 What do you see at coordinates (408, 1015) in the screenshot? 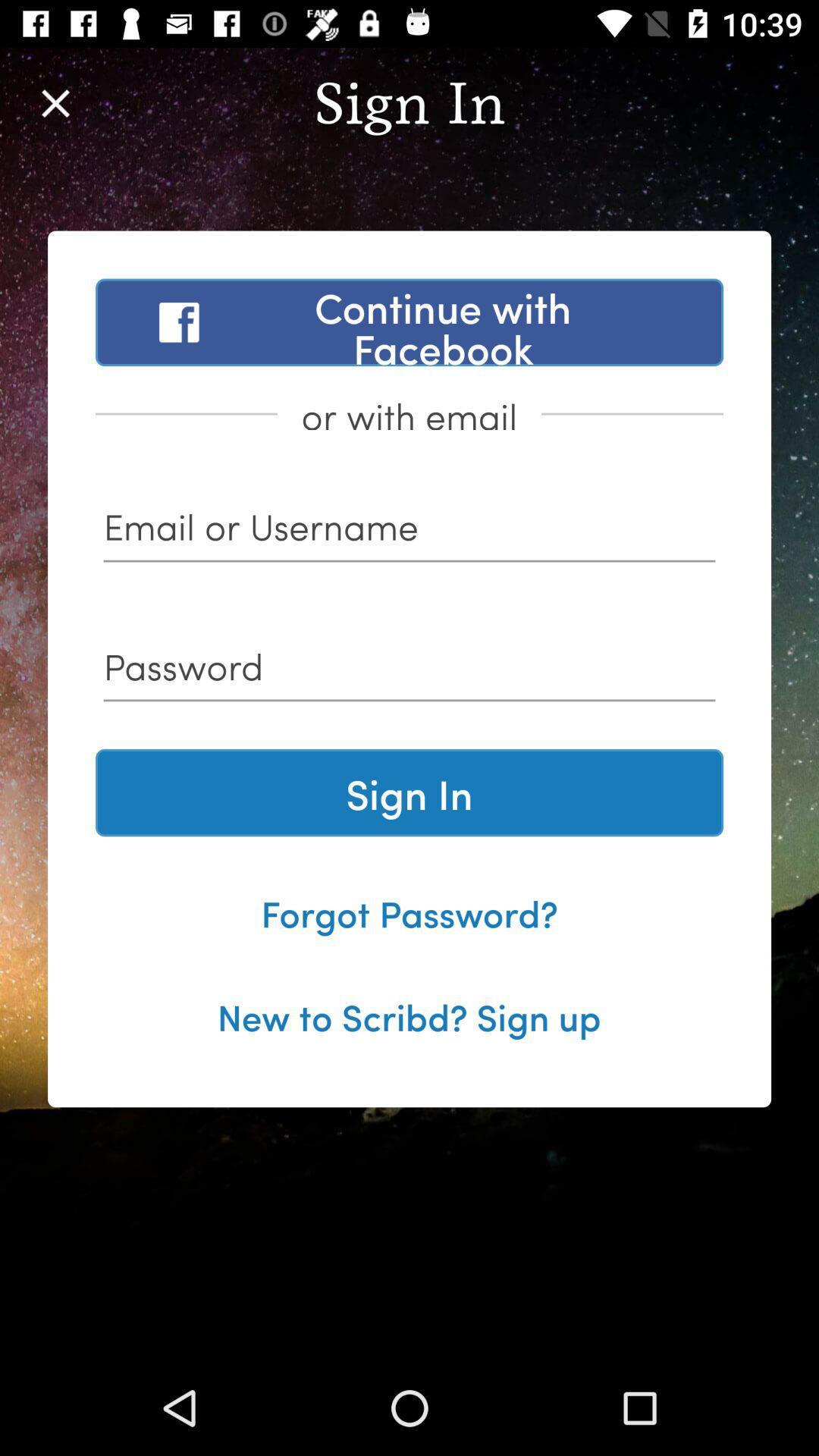
I see `the new to scribd` at bounding box center [408, 1015].